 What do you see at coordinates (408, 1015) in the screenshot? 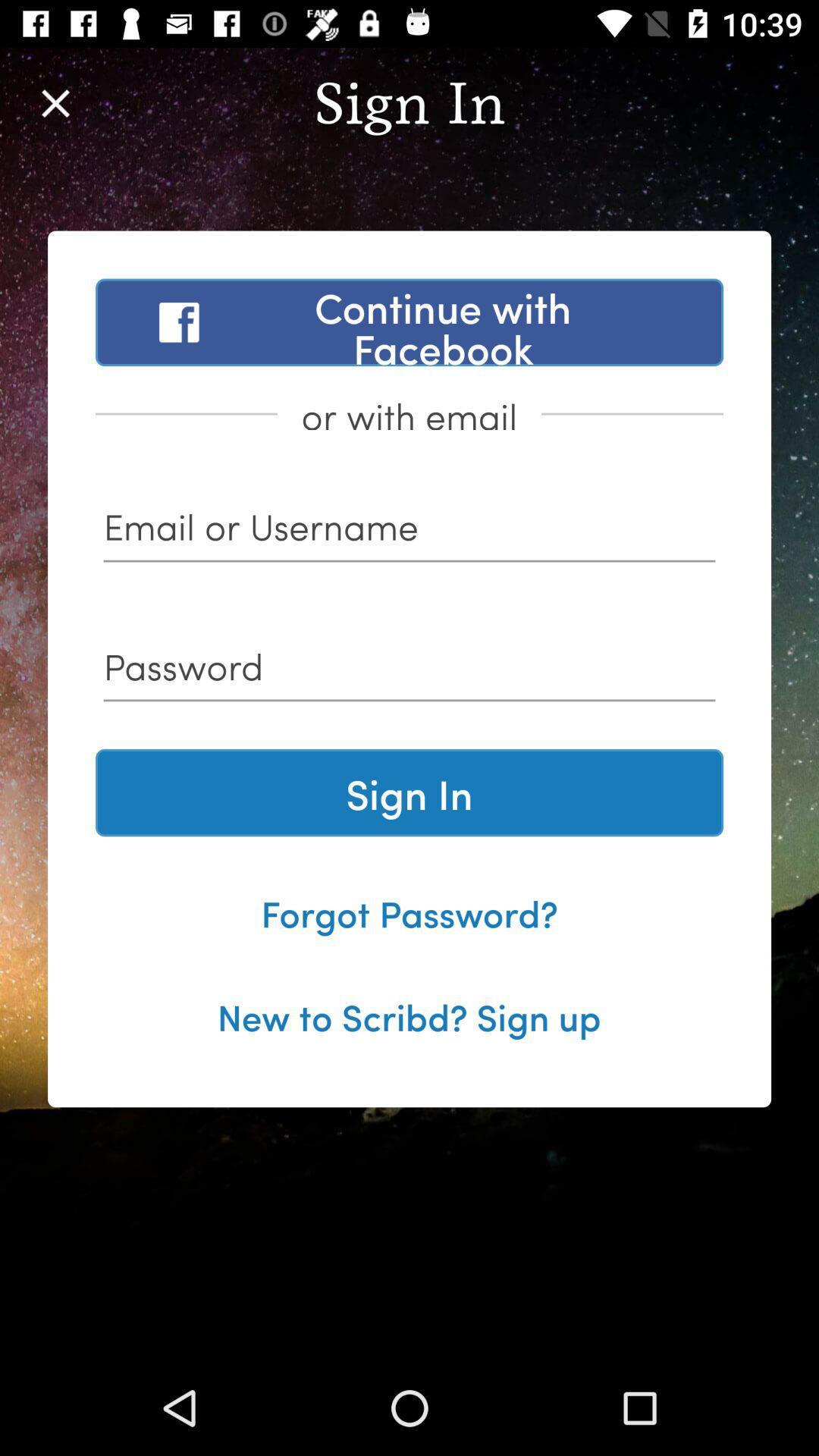
I see `the new to scribd` at bounding box center [408, 1015].